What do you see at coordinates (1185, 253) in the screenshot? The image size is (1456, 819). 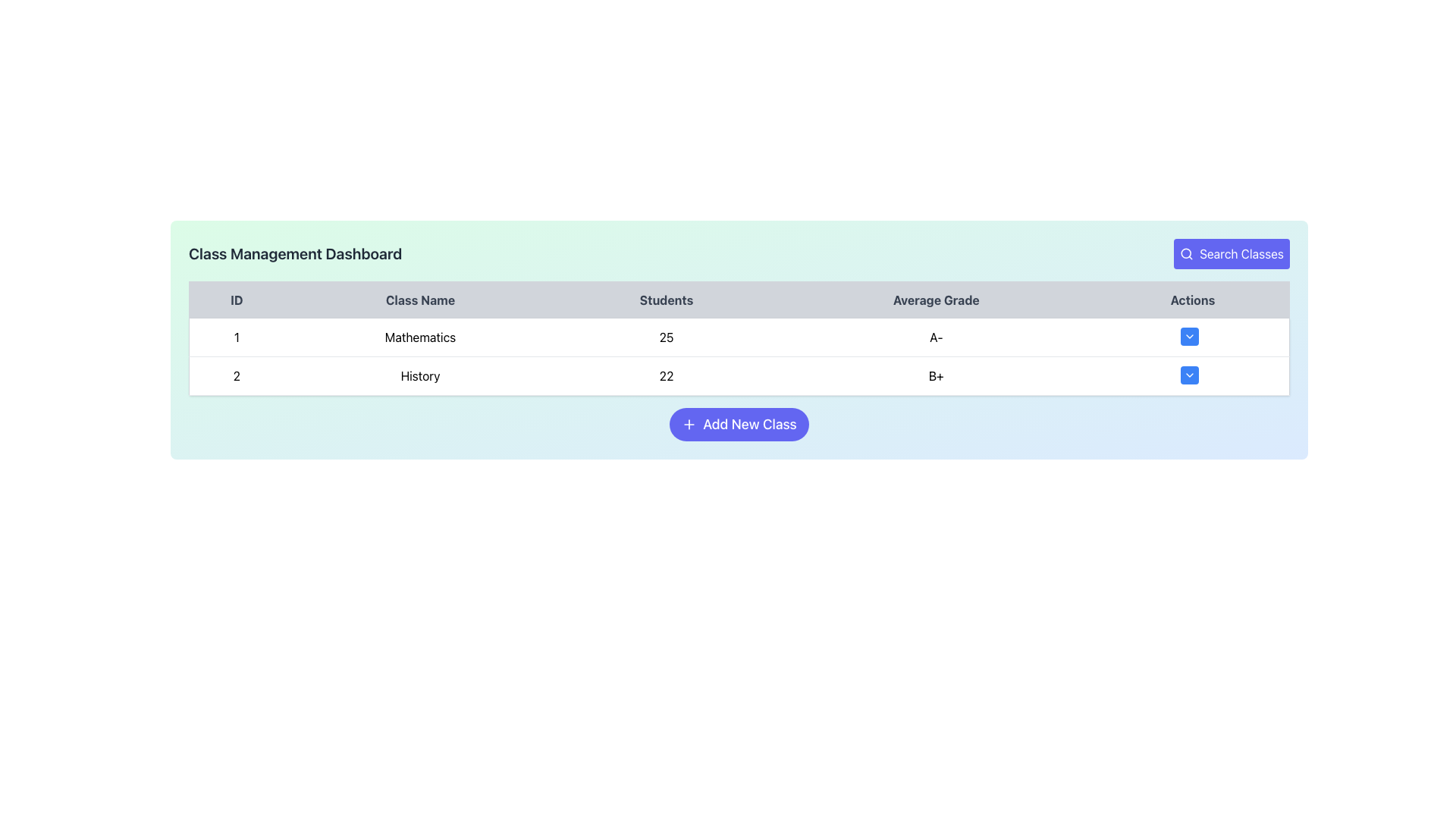 I see `the SVG Circle element at the center of the magnifying glass icon, which is part of the 'Search Classes' button located at the top-right corner of the interface` at bounding box center [1185, 253].